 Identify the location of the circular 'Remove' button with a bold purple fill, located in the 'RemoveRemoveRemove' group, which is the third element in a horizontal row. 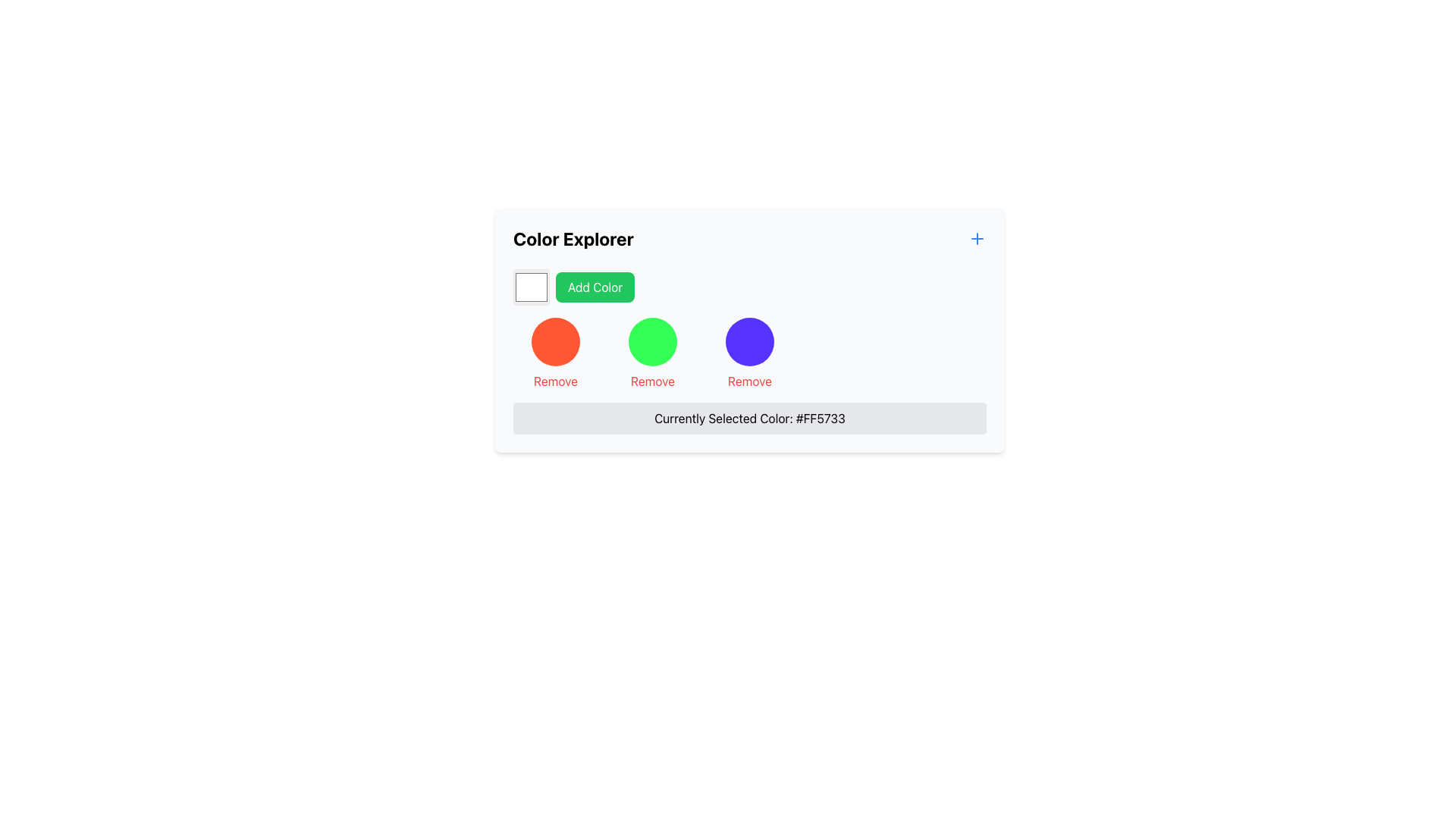
(749, 353).